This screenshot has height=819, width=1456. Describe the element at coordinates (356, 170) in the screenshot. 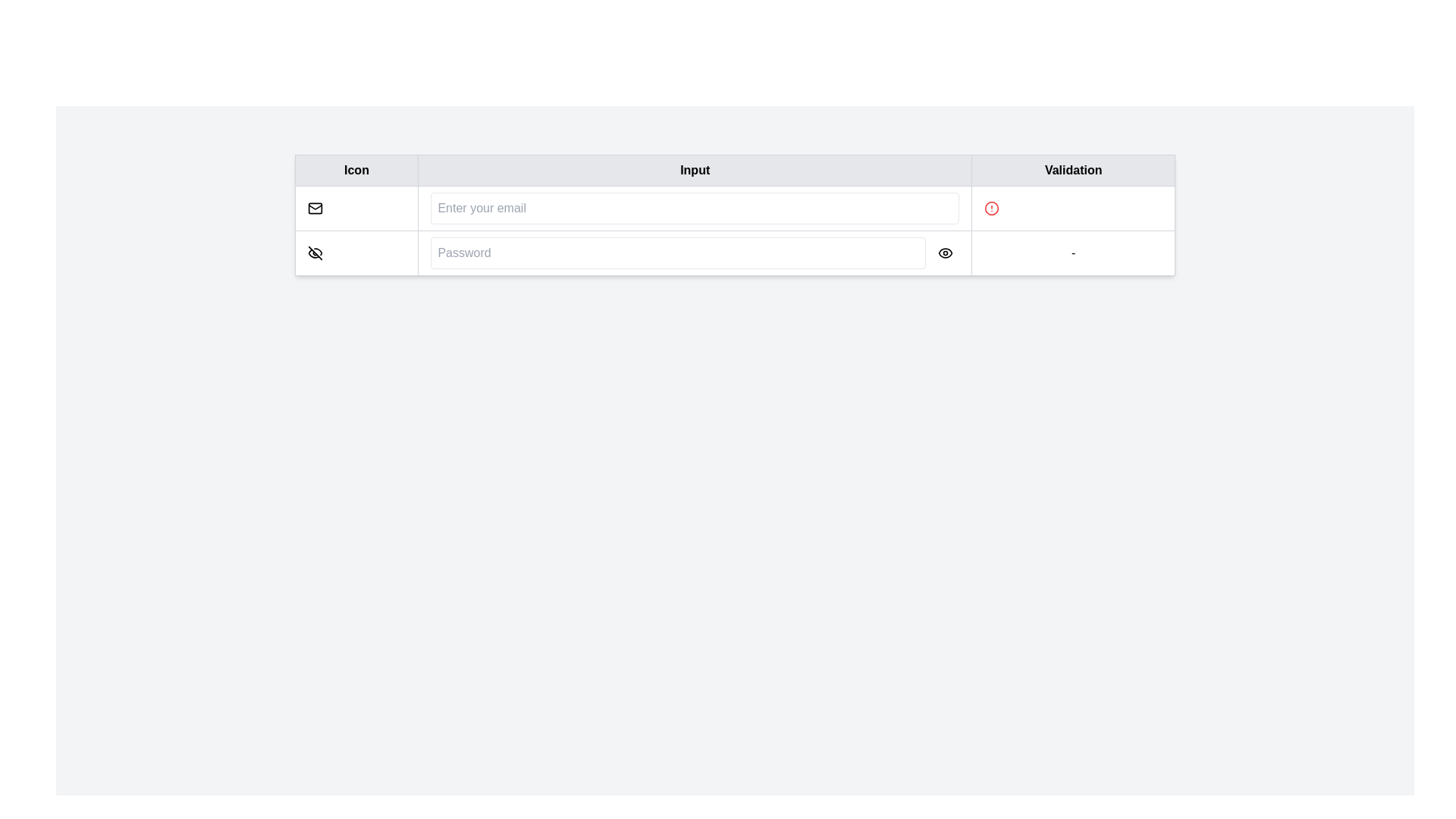

I see `the Static Label or Header with the text 'Icon', which is located in the first column of a three-column layout at the top-left position` at that location.